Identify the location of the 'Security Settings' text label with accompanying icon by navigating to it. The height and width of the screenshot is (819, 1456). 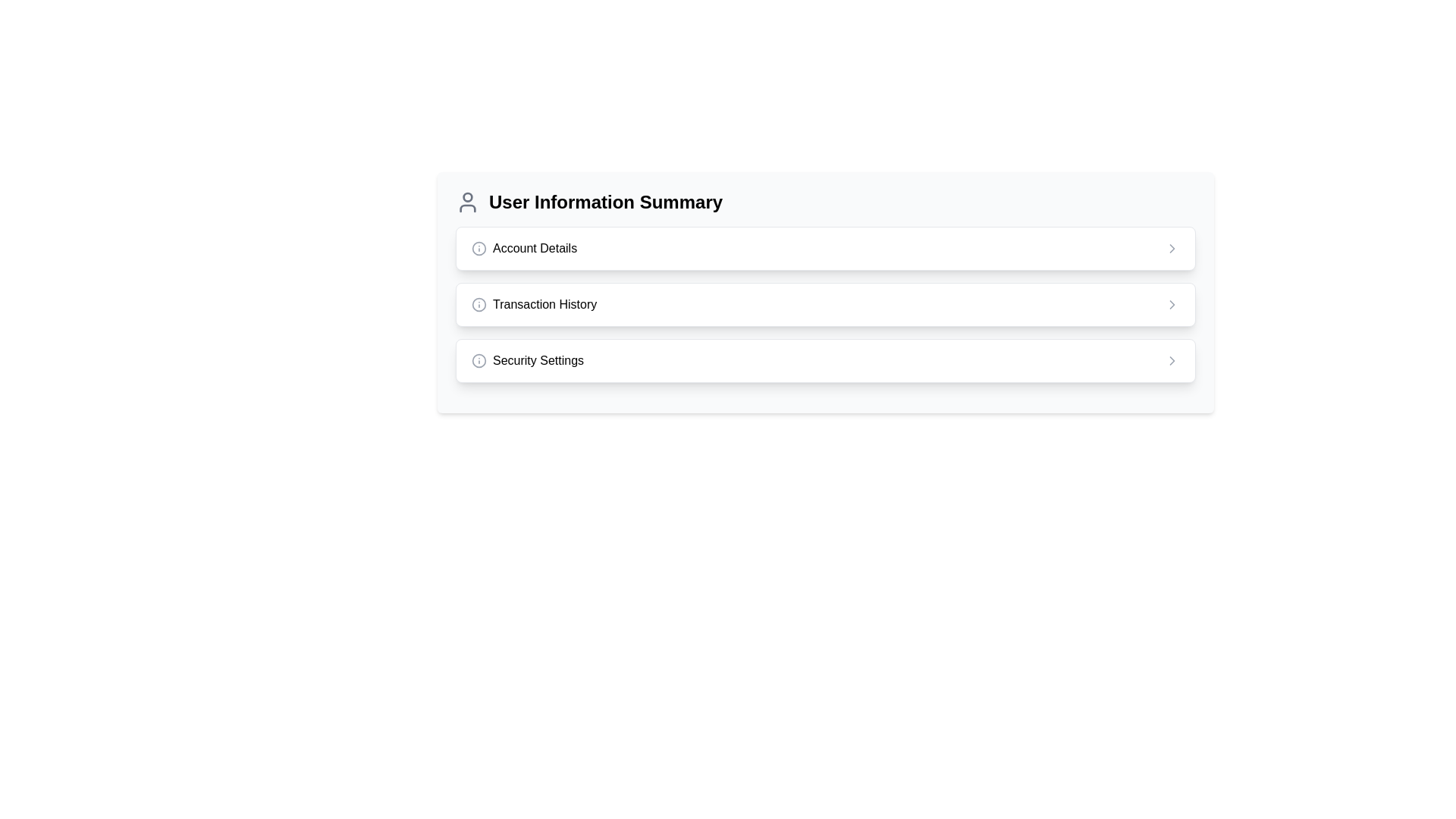
(528, 360).